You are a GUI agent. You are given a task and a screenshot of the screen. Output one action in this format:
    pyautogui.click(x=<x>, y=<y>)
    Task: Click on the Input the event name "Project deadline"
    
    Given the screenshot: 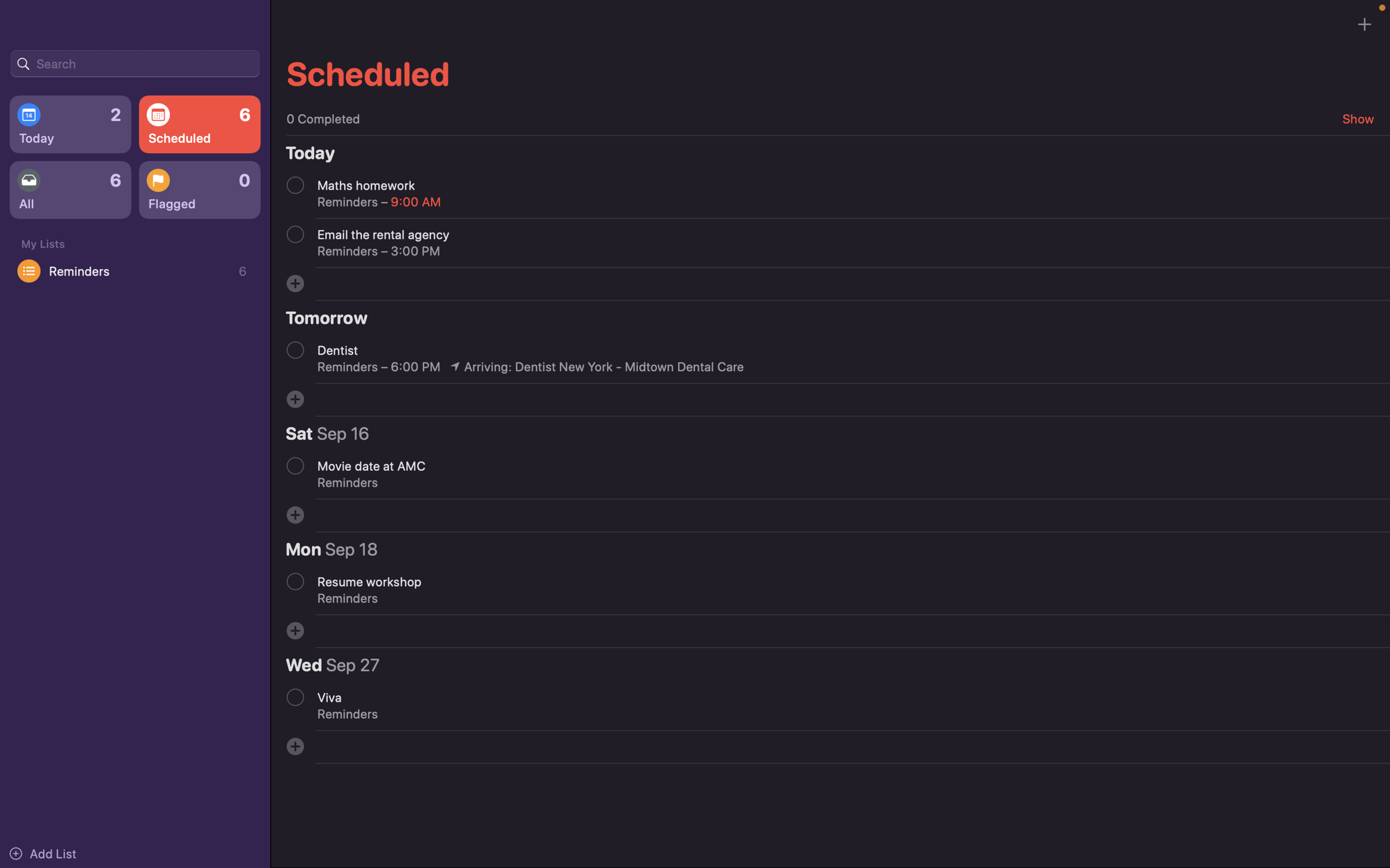 What is the action you would take?
    pyautogui.click(x=295, y=282)
    